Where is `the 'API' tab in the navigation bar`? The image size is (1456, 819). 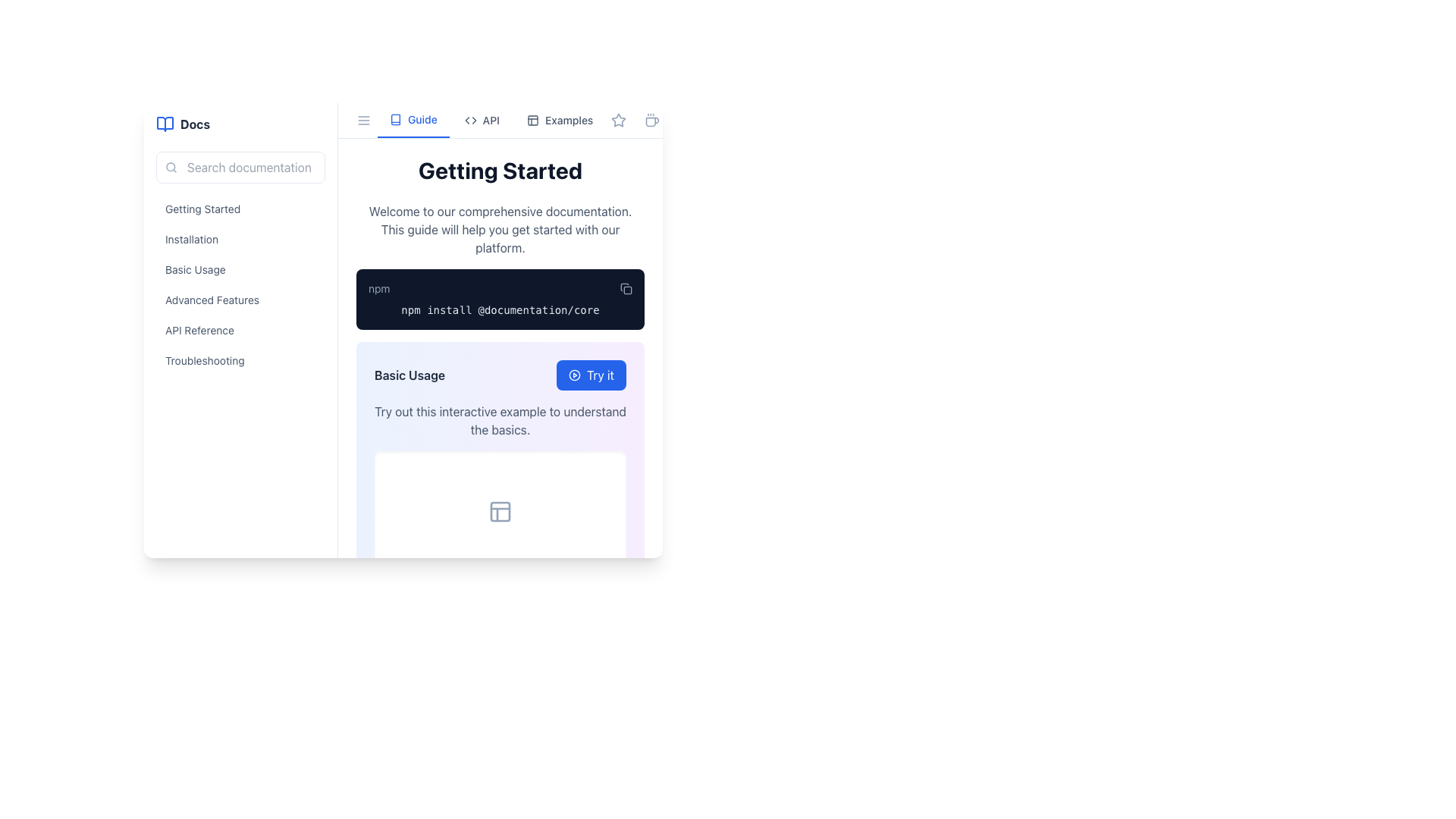
the 'API' tab in the navigation bar is located at coordinates (491, 119).